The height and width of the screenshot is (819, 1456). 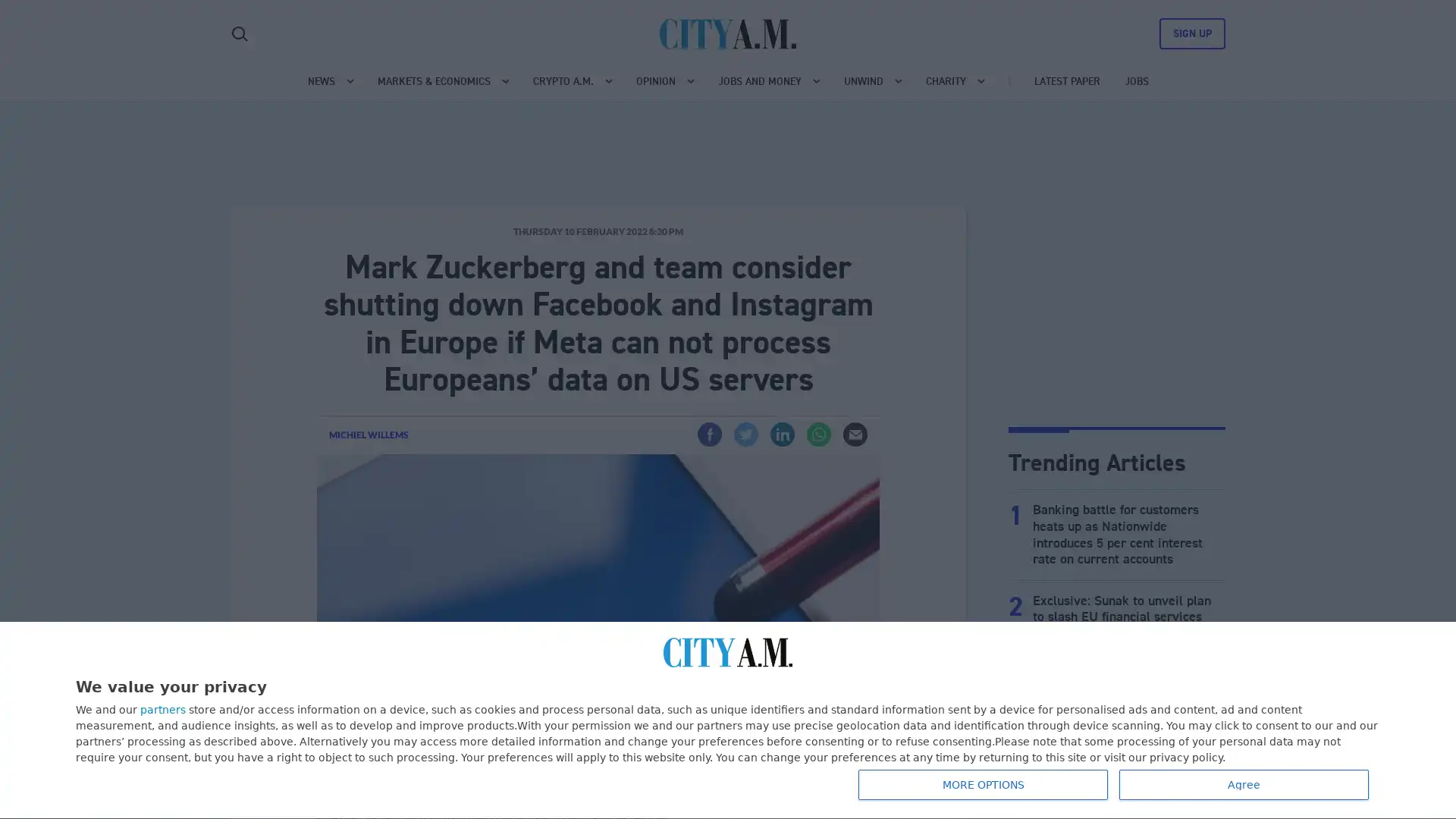 What do you see at coordinates (983, 784) in the screenshot?
I see `MORE OPTIONS` at bounding box center [983, 784].